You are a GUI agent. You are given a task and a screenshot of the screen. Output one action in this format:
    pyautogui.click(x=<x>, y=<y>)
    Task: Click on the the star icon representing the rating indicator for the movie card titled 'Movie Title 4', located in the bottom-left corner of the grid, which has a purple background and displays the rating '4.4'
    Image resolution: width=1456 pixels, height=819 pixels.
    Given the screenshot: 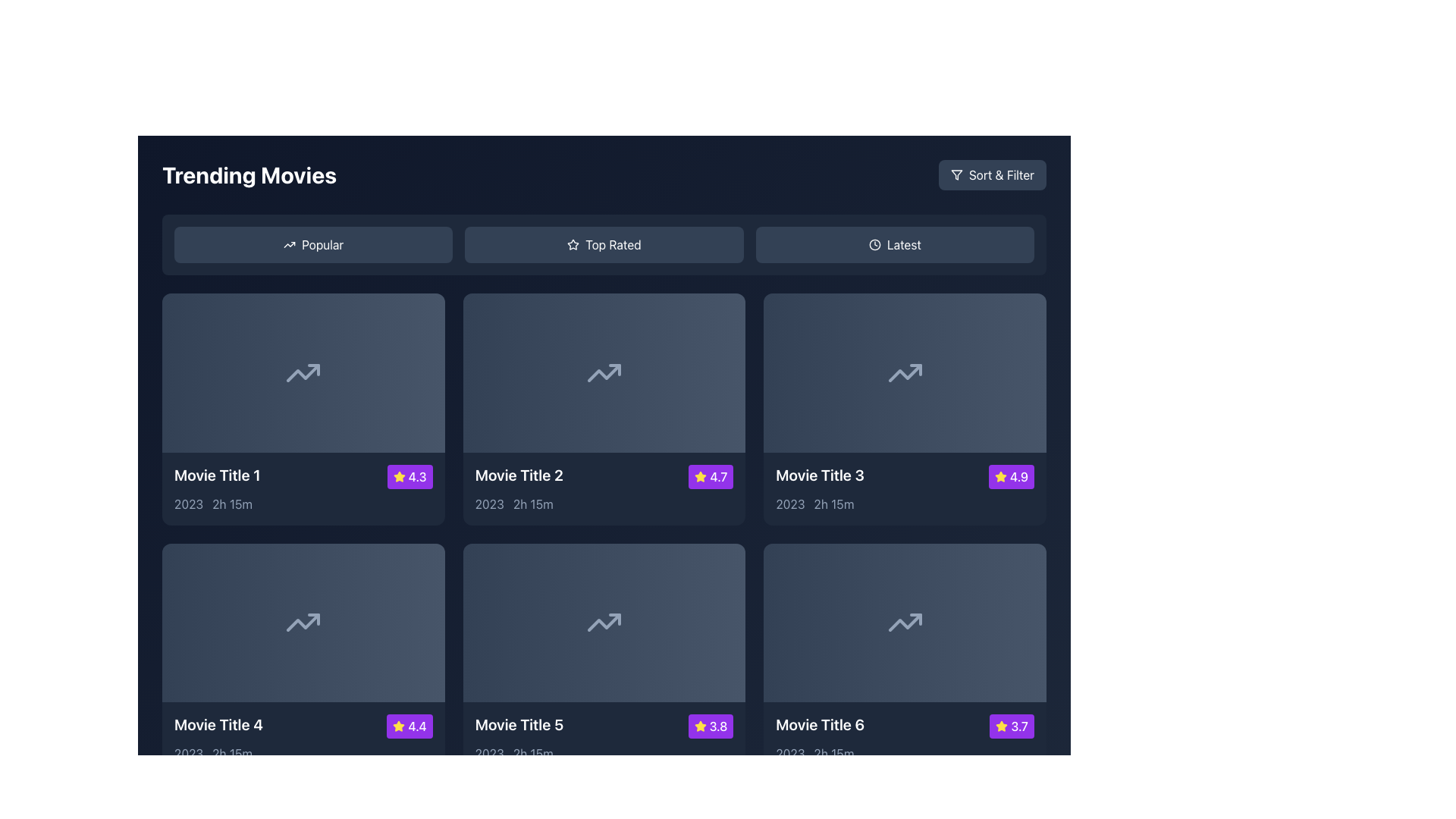 What is the action you would take?
    pyautogui.click(x=399, y=726)
    